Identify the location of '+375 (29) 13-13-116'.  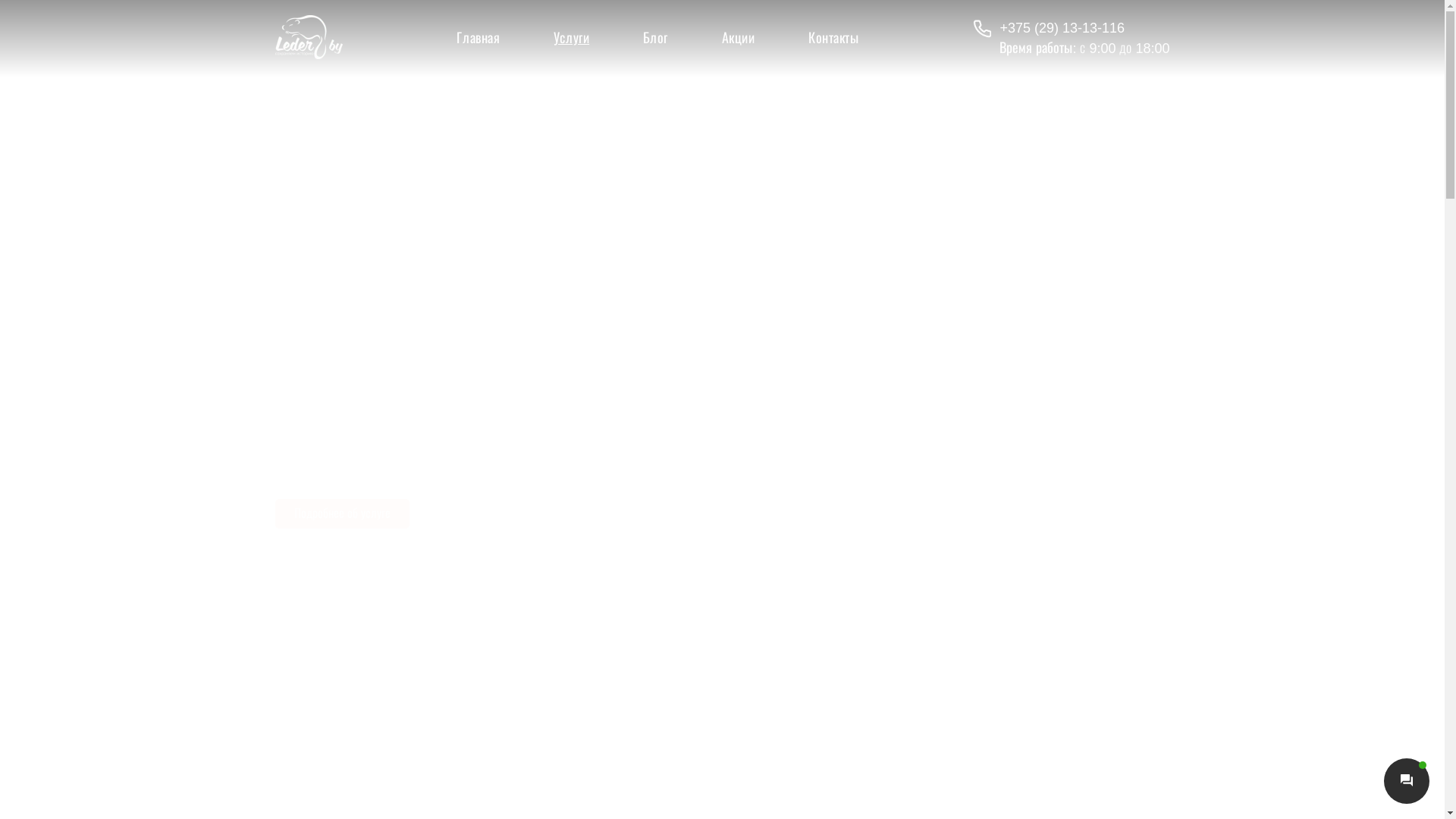
(1070, 28).